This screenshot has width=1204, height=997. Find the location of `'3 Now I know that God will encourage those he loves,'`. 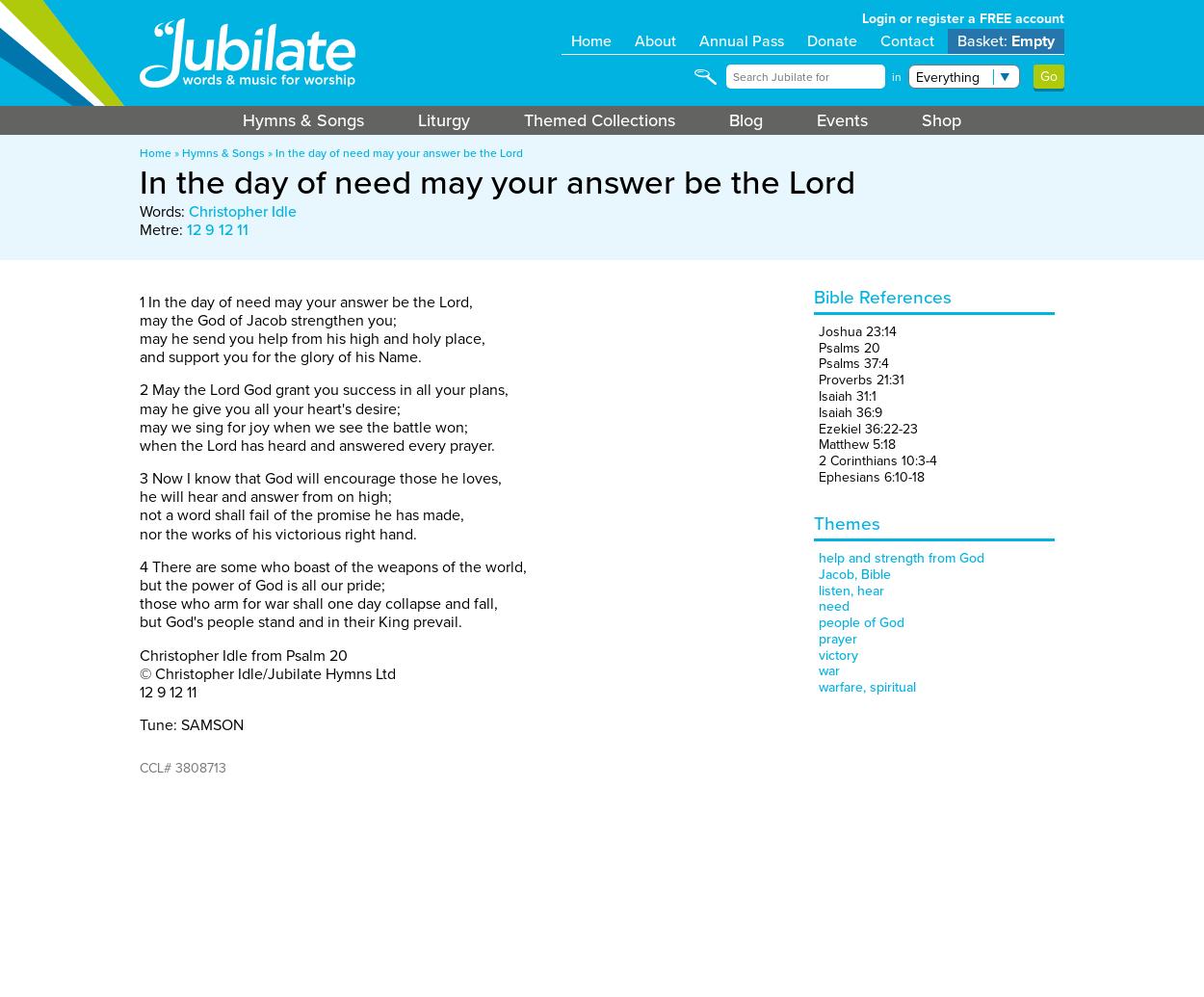

'3 Now I know that God will encourage those he loves,' is located at coordinates (320, 479).